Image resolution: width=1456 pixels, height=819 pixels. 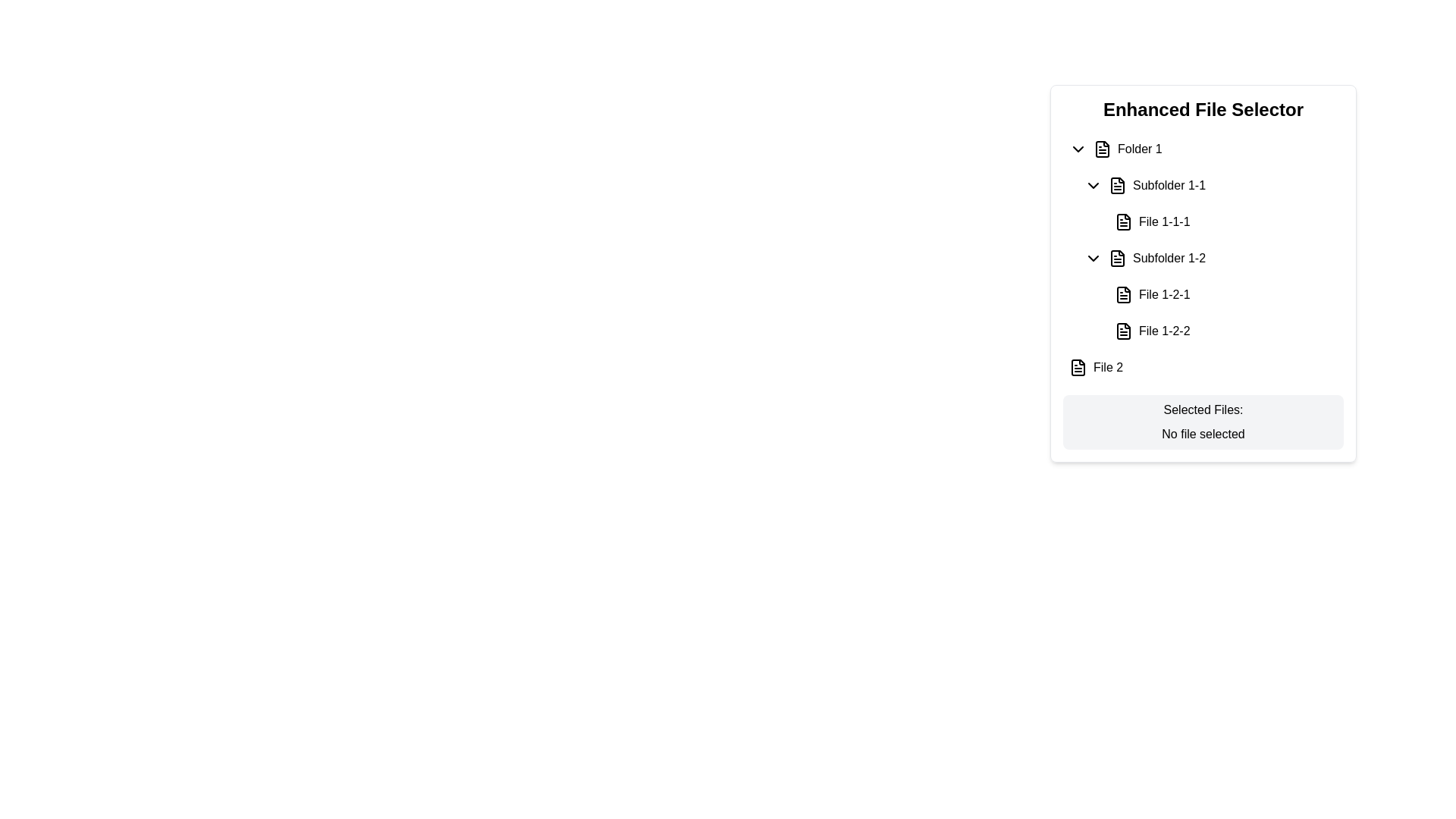 I want to click on the file icon representing 'Folder 1', so click(x=1103, y=149).